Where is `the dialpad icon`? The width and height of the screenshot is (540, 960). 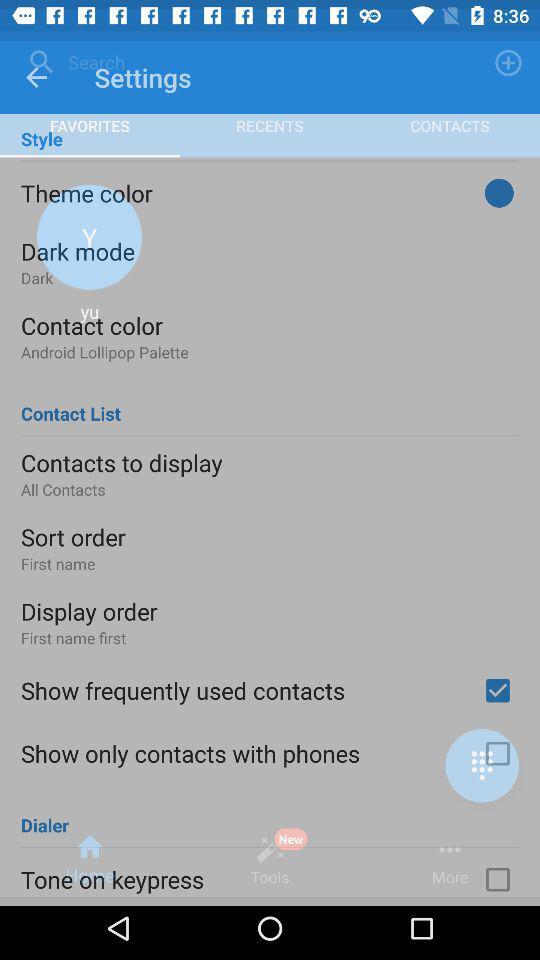
the dialpad icon is located at coordinates (481, 764).